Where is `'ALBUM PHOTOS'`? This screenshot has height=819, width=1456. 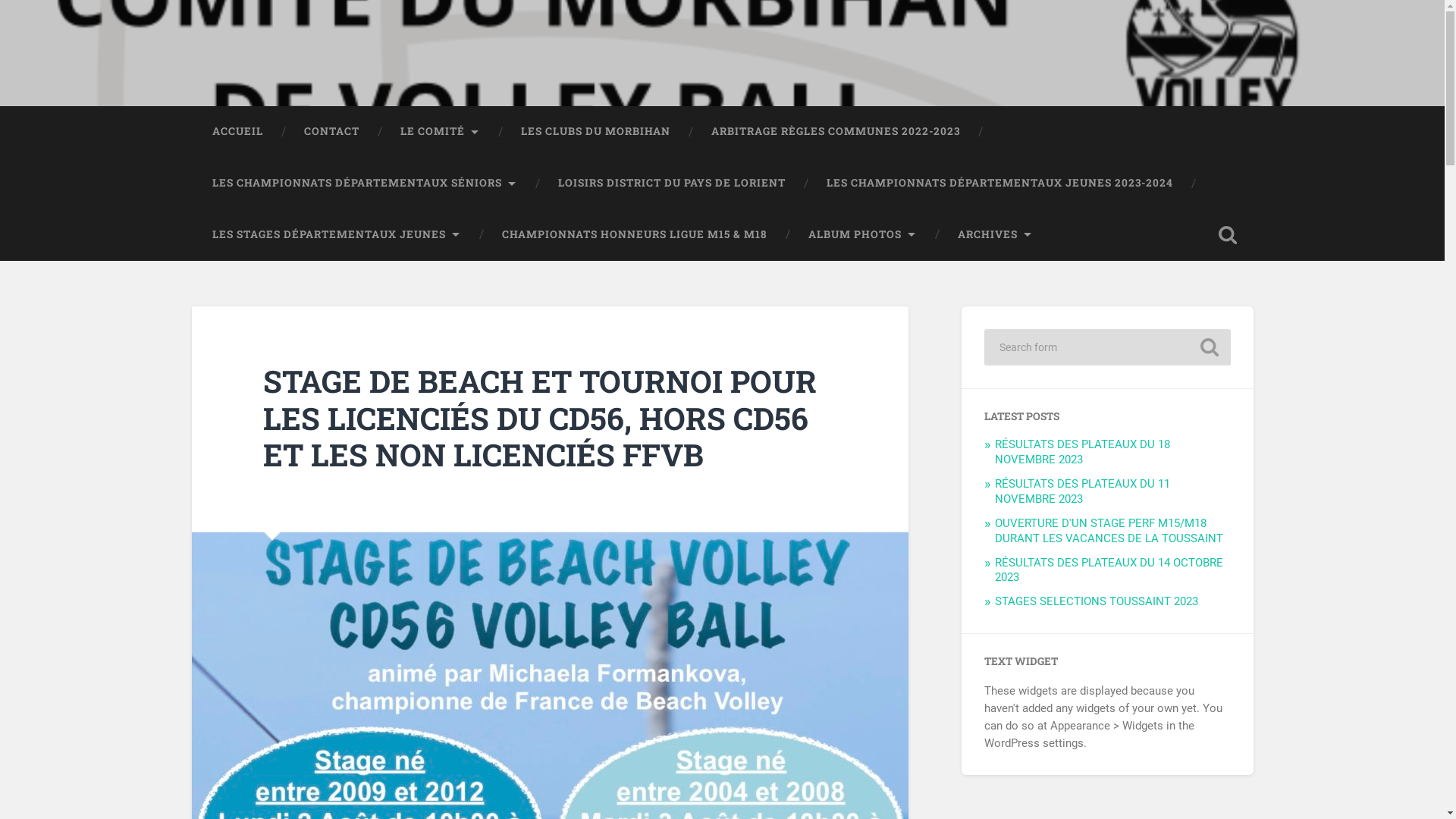 'ALBUM PHOTOS' is located at coordinates (861, 234).